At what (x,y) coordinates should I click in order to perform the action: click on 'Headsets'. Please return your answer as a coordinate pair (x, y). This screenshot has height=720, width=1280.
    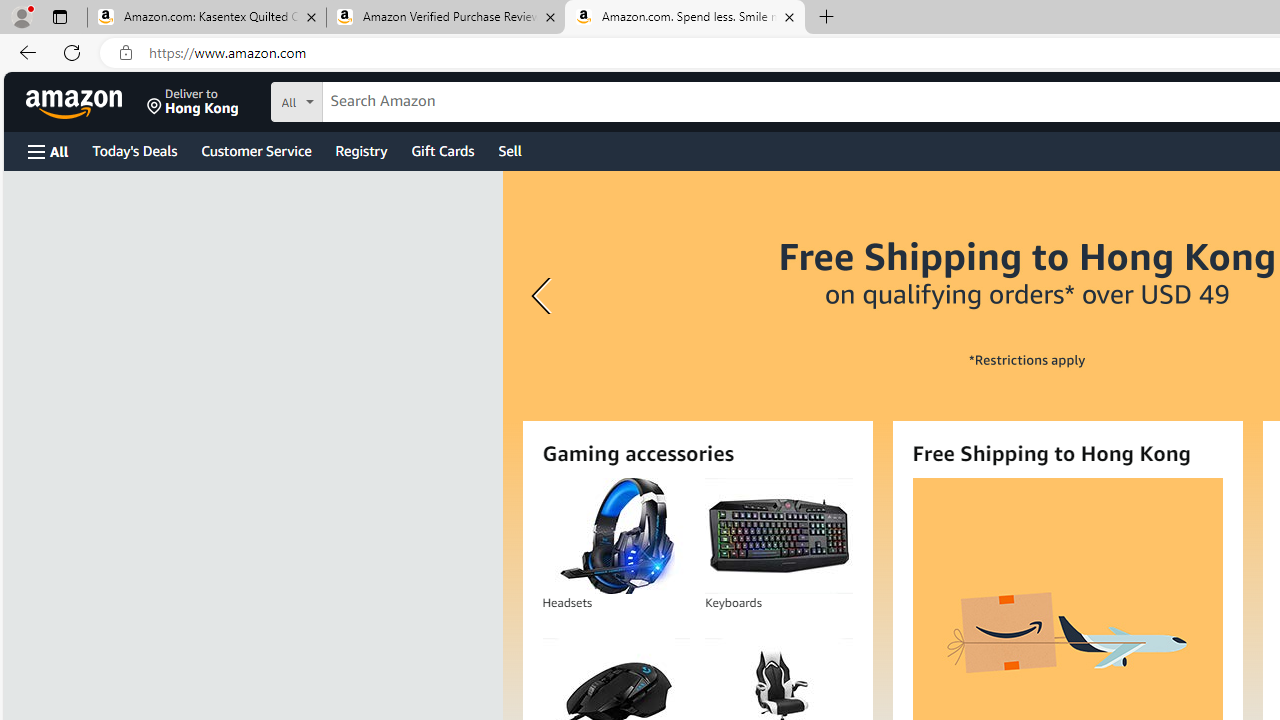
    Looking at the image, I should click on (614, 535).